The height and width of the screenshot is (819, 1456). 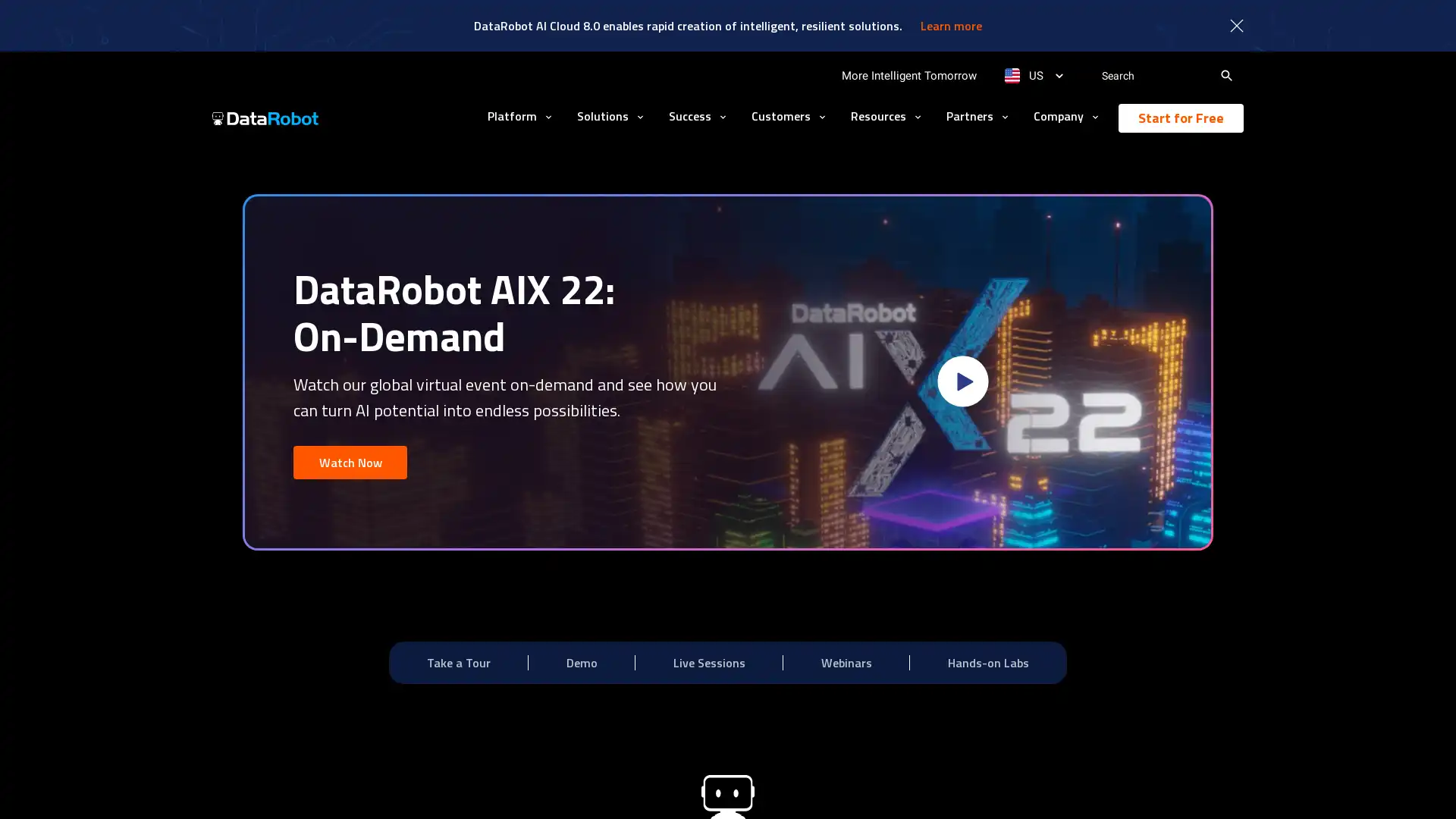 I want to click on Accept Cookies, so click(x=1075, y=786).